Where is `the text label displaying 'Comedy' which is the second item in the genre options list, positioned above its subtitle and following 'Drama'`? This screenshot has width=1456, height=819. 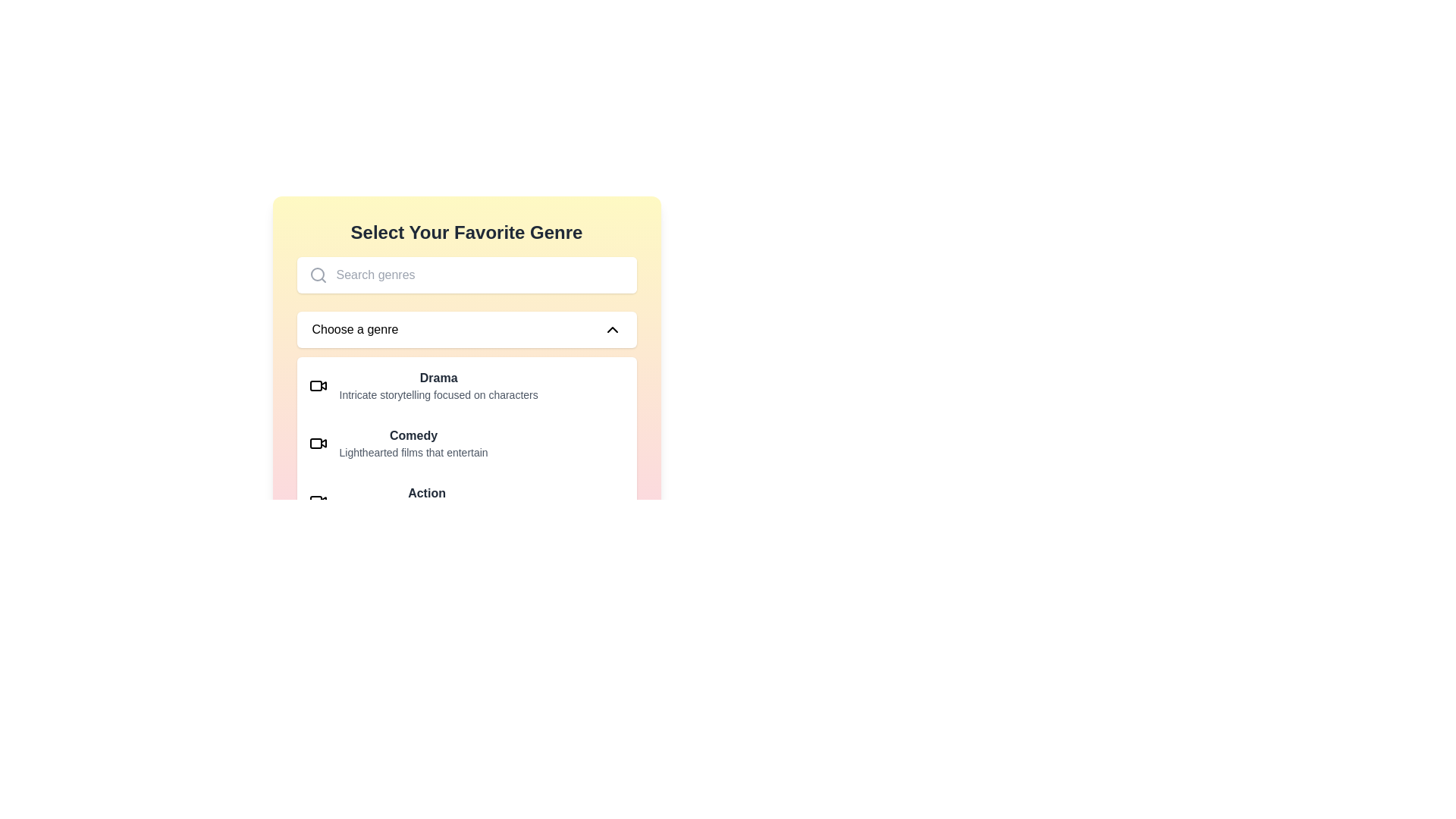
the text label displaying 'Comedy' which is the second item in the genre options list, positioned above its subtitle and following 'Drama' is located at coordinates (413, 435).